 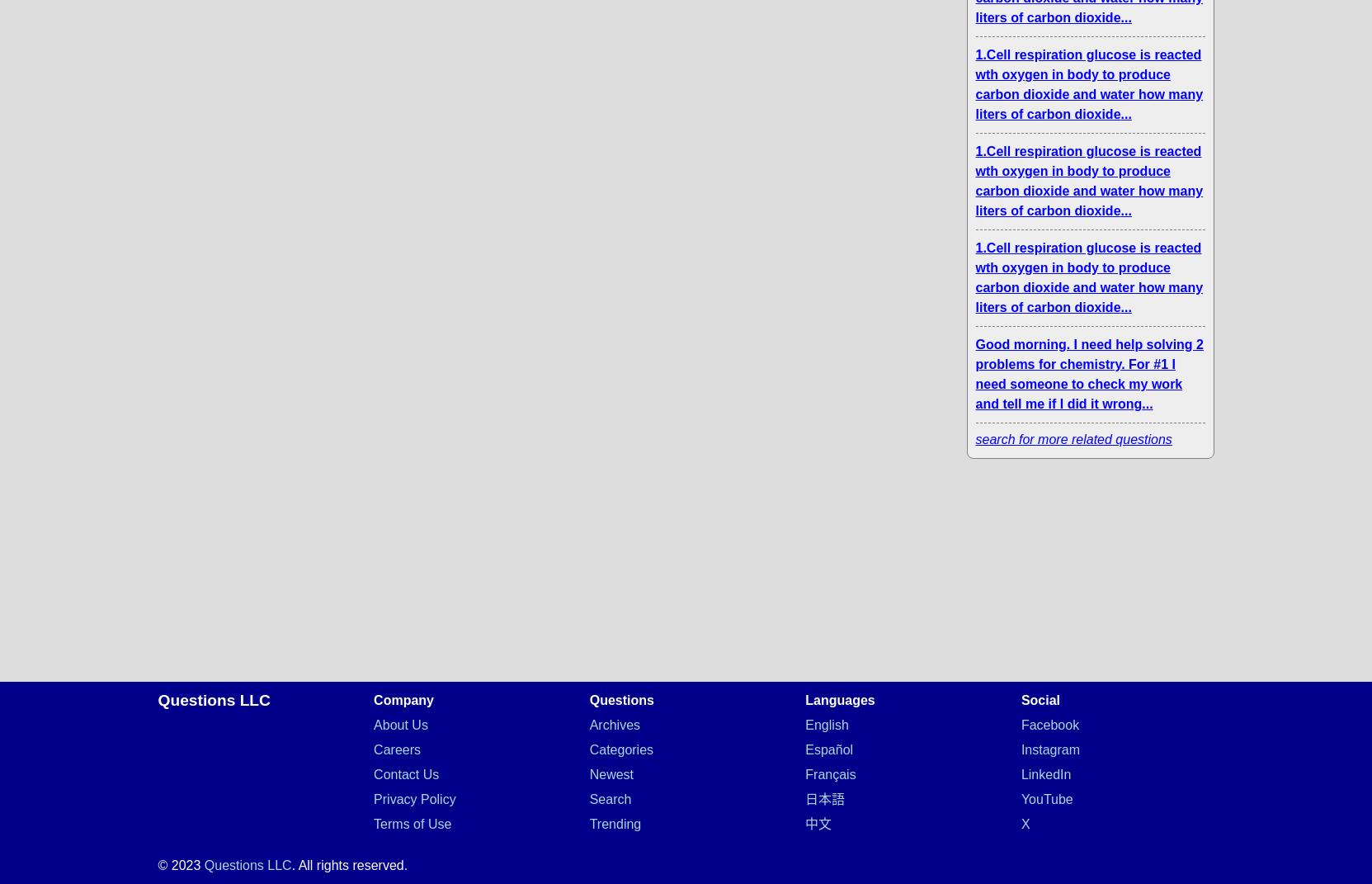 I want to click on 'Company', so click(x=403, y=700).